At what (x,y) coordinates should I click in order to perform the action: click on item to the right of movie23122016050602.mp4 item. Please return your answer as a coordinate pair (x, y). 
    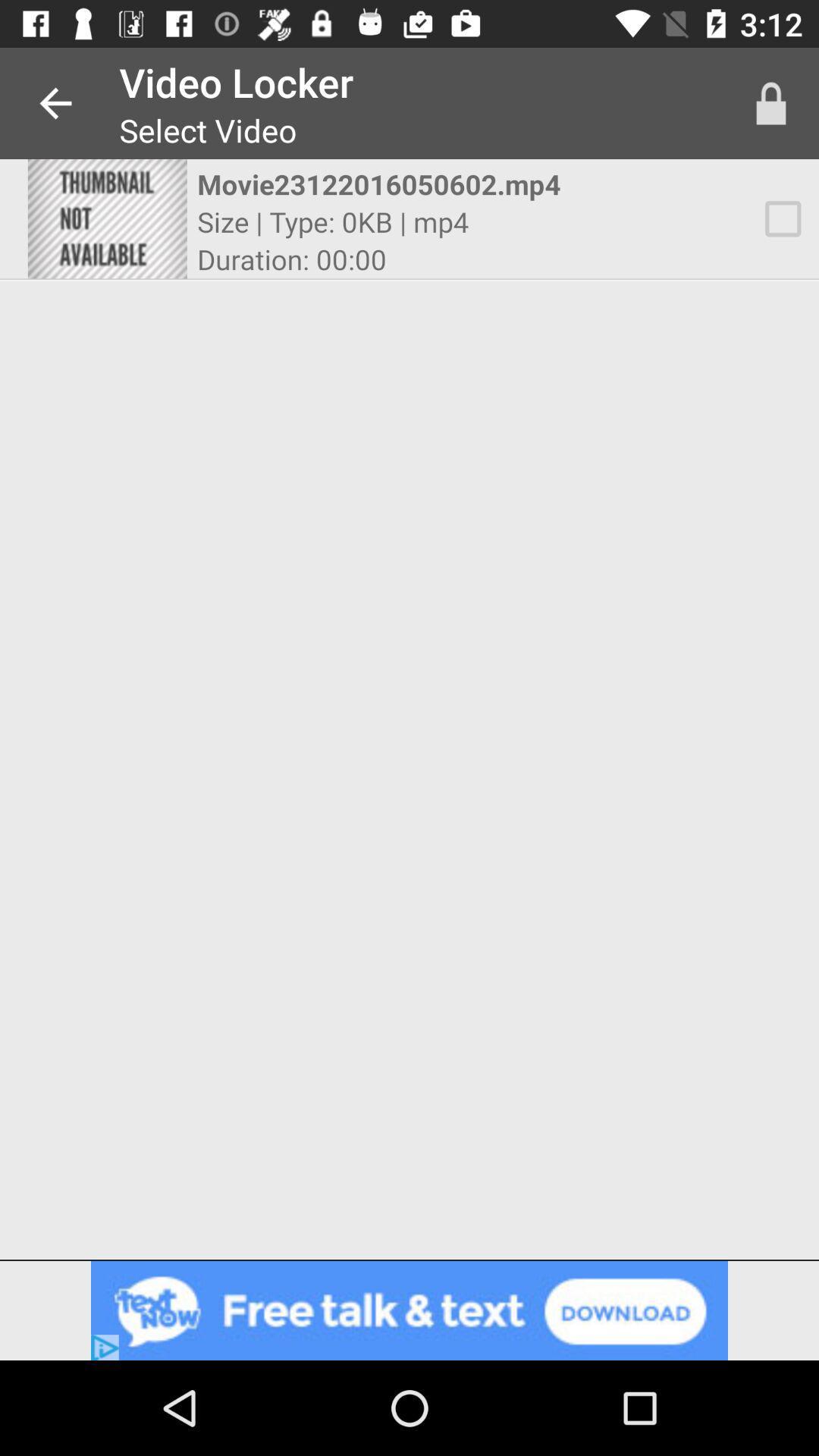
    Looking at the image, I should click on (771, 102).